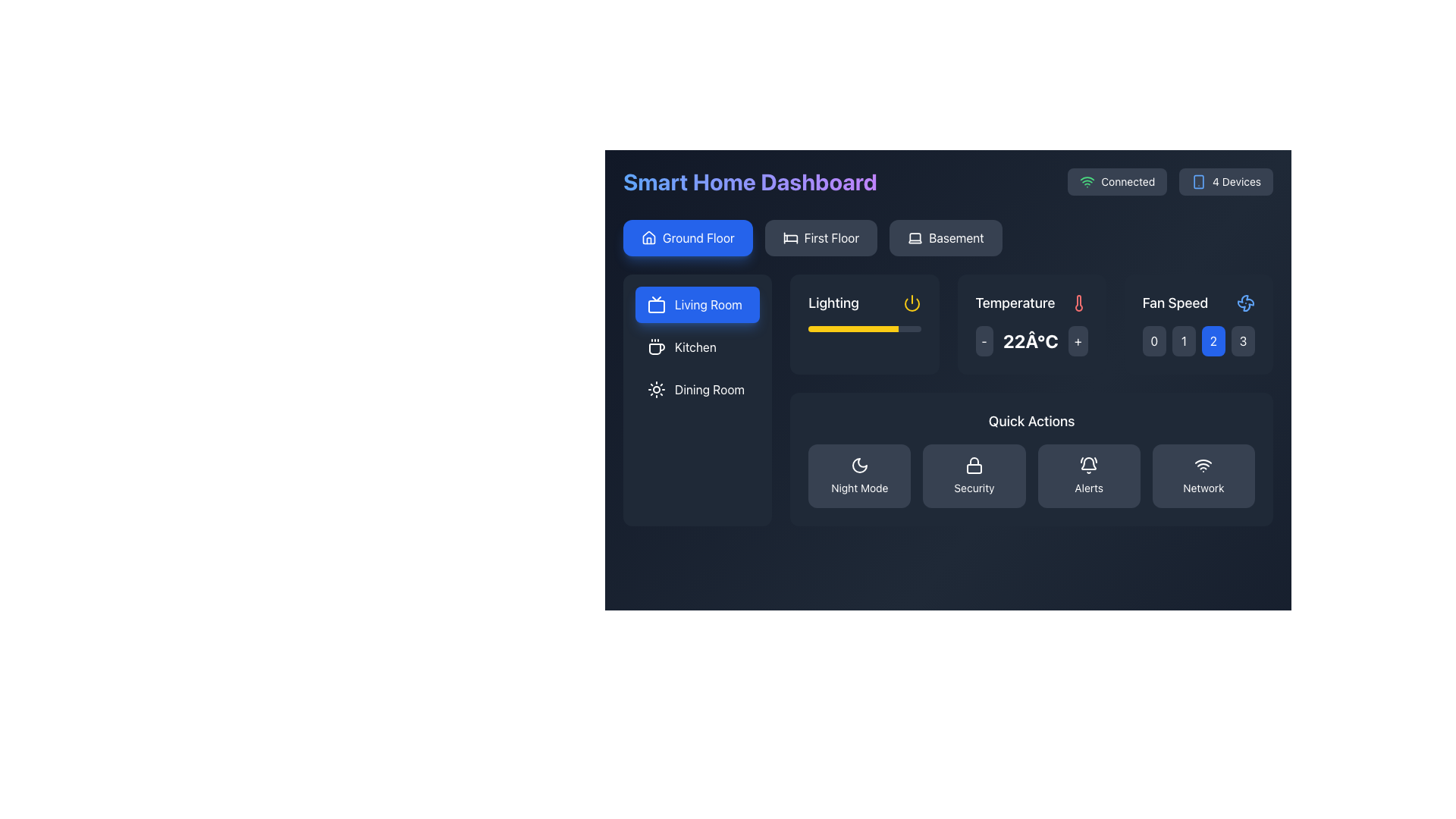 Image resolution: width=1456 pixels, height=819 pixels. What do you see at coordinates (1088, 475) in the screenshot?
I see `the alerts button located in the 'Quick Actions' grid layout` at bounding box center [1088, 475].